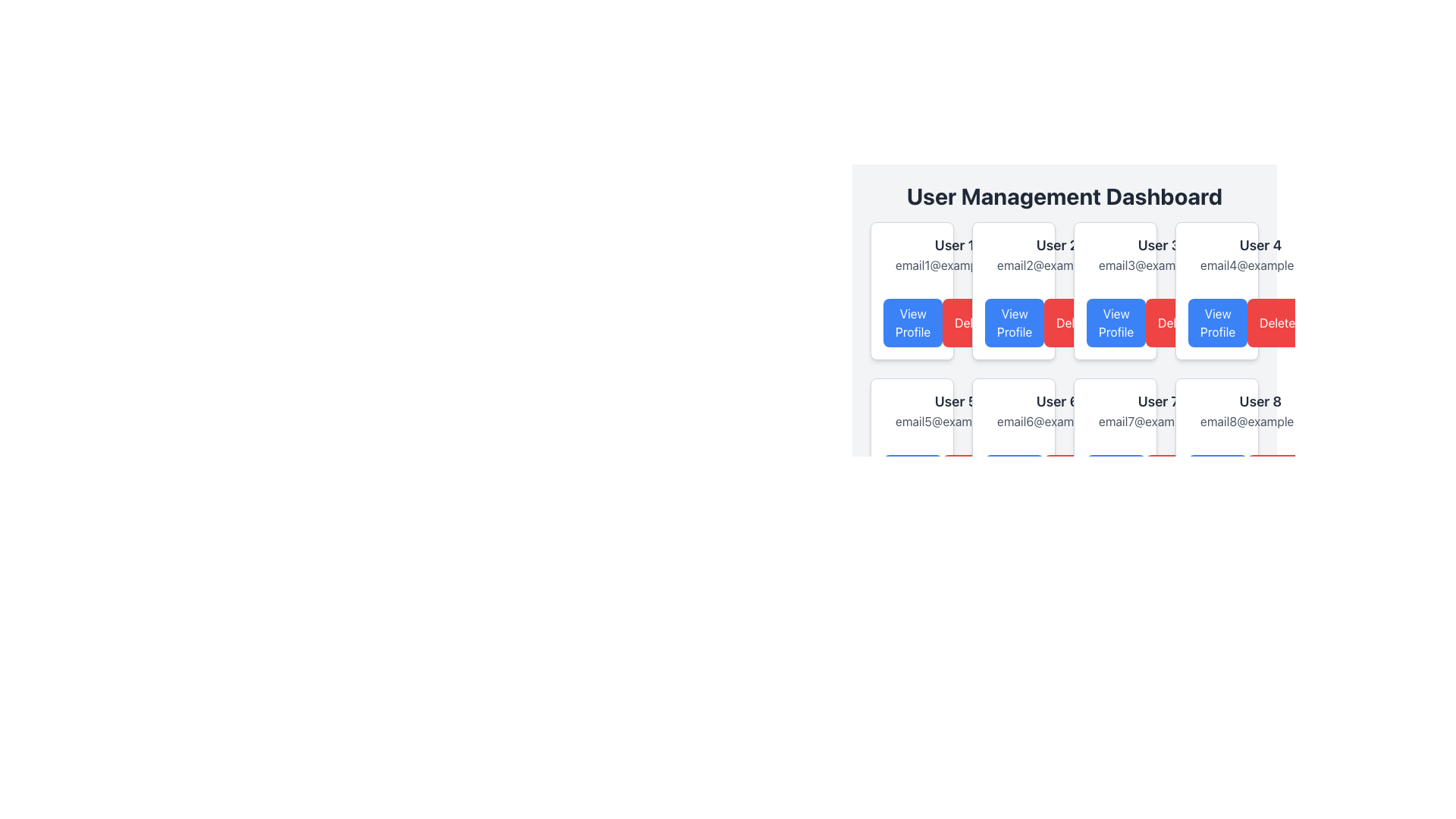 The image size is (1456, 819). Describe the element at coordinates (953, 265) in the screenshot. I see `the informational text label displaying the email address associated with 'User 1', located at the bottom of the user management section's first card` at that location.